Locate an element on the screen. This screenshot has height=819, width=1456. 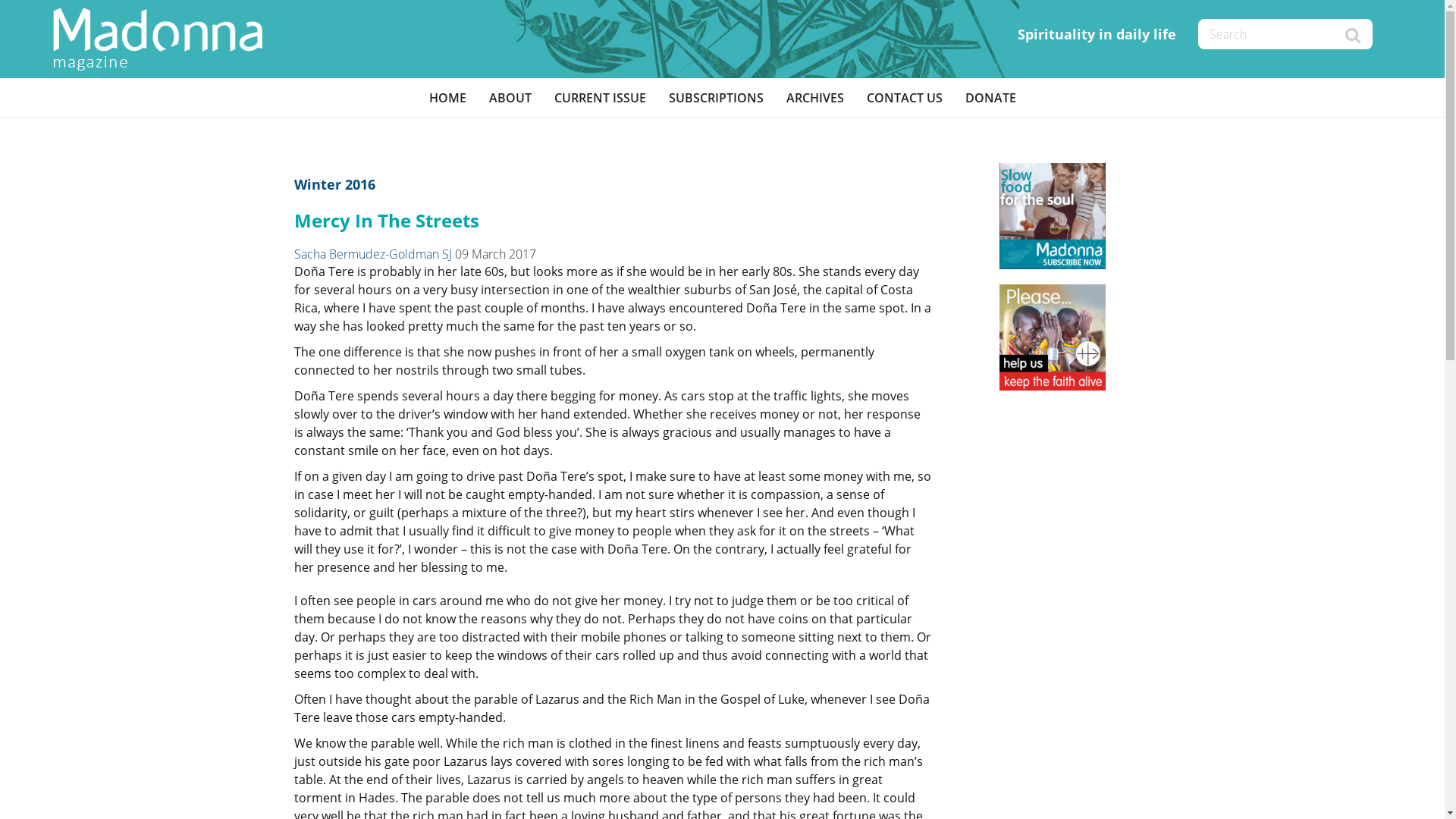
'HOME' is located at coordinates (446, 97).